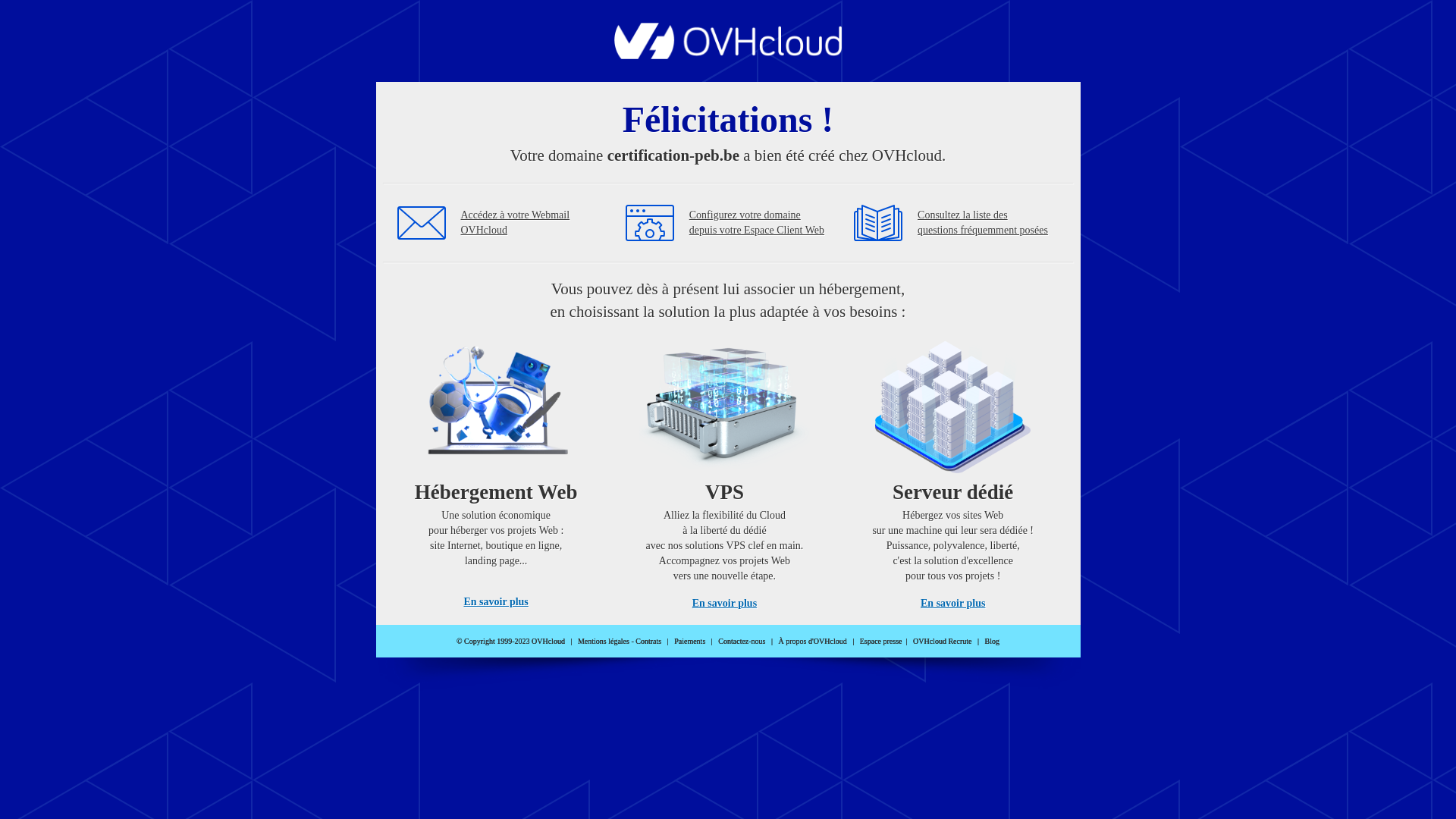 Image resolution: width=1456 pixels, height=819 pixels. What do you see at coordinates (912, 641) in the screenshot?
I see `'OVHcloud Recrute'` at bounding box center [912, 641].